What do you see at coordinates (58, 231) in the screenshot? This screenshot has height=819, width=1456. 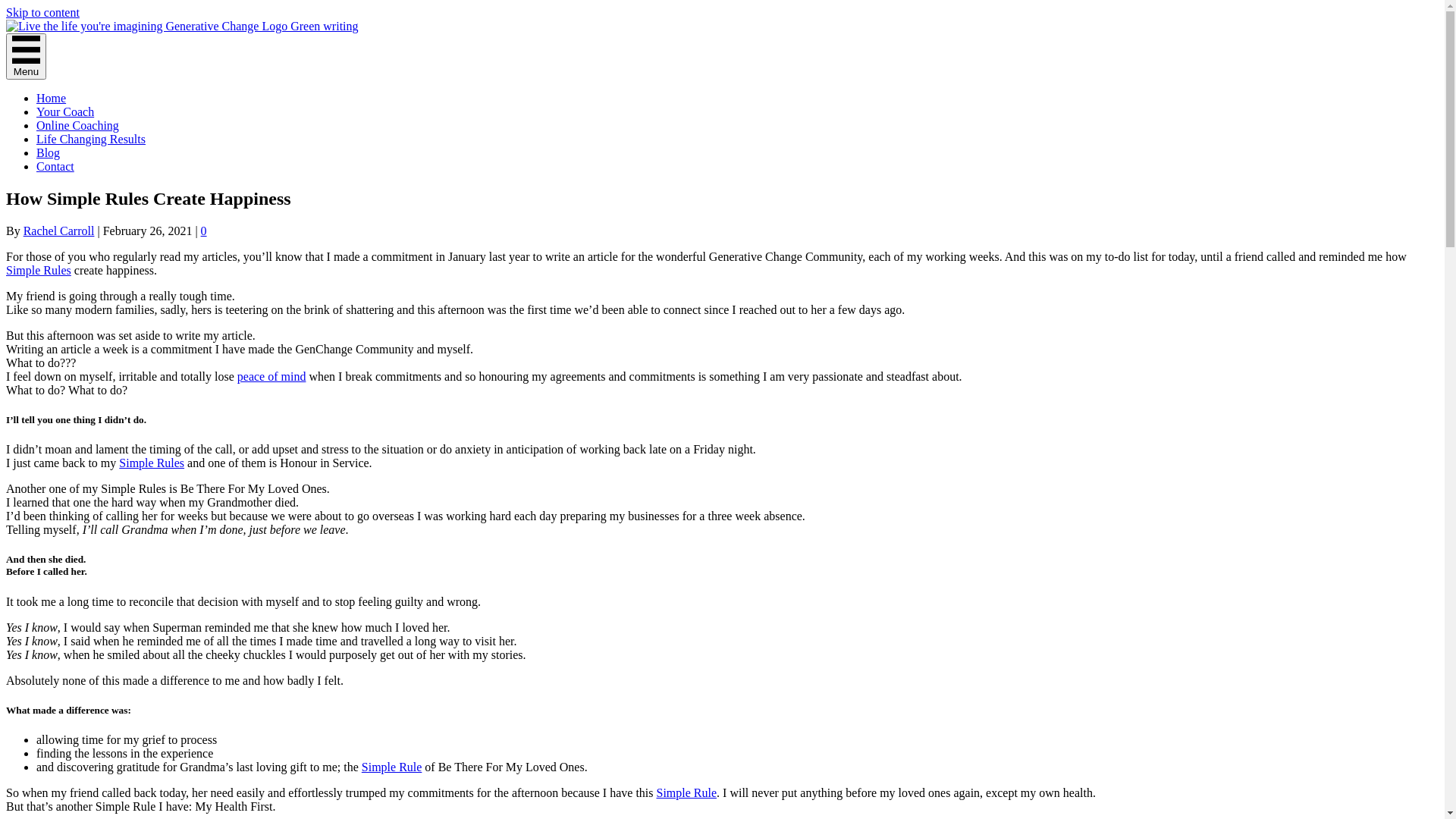 I see `'Rachel Carroll'` at bounding box center [58, 231].